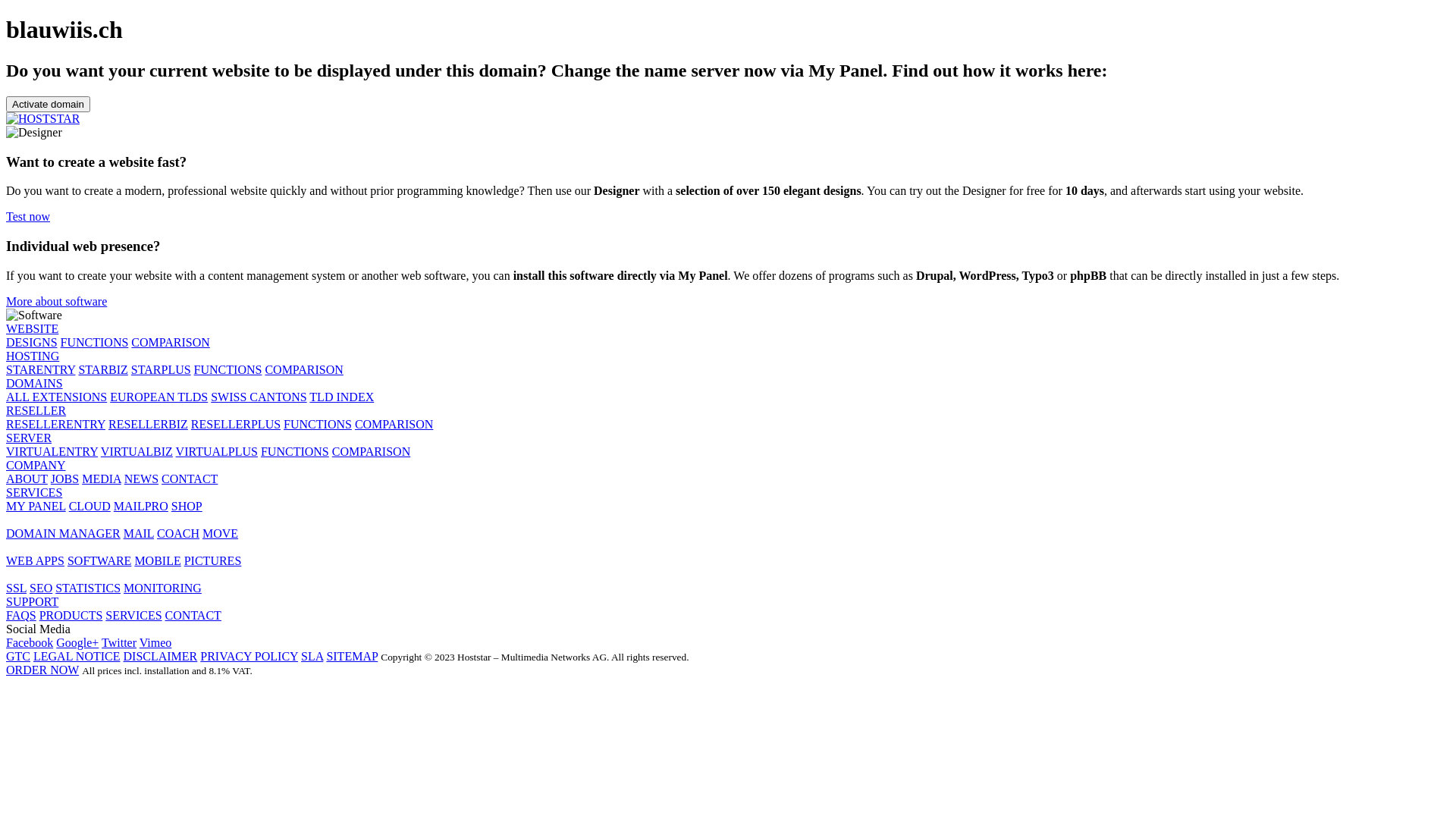  What do you see at coordinates (48, 103) in the screenshot?
I see `'Activate domain'` at bounding box center [48, 103].